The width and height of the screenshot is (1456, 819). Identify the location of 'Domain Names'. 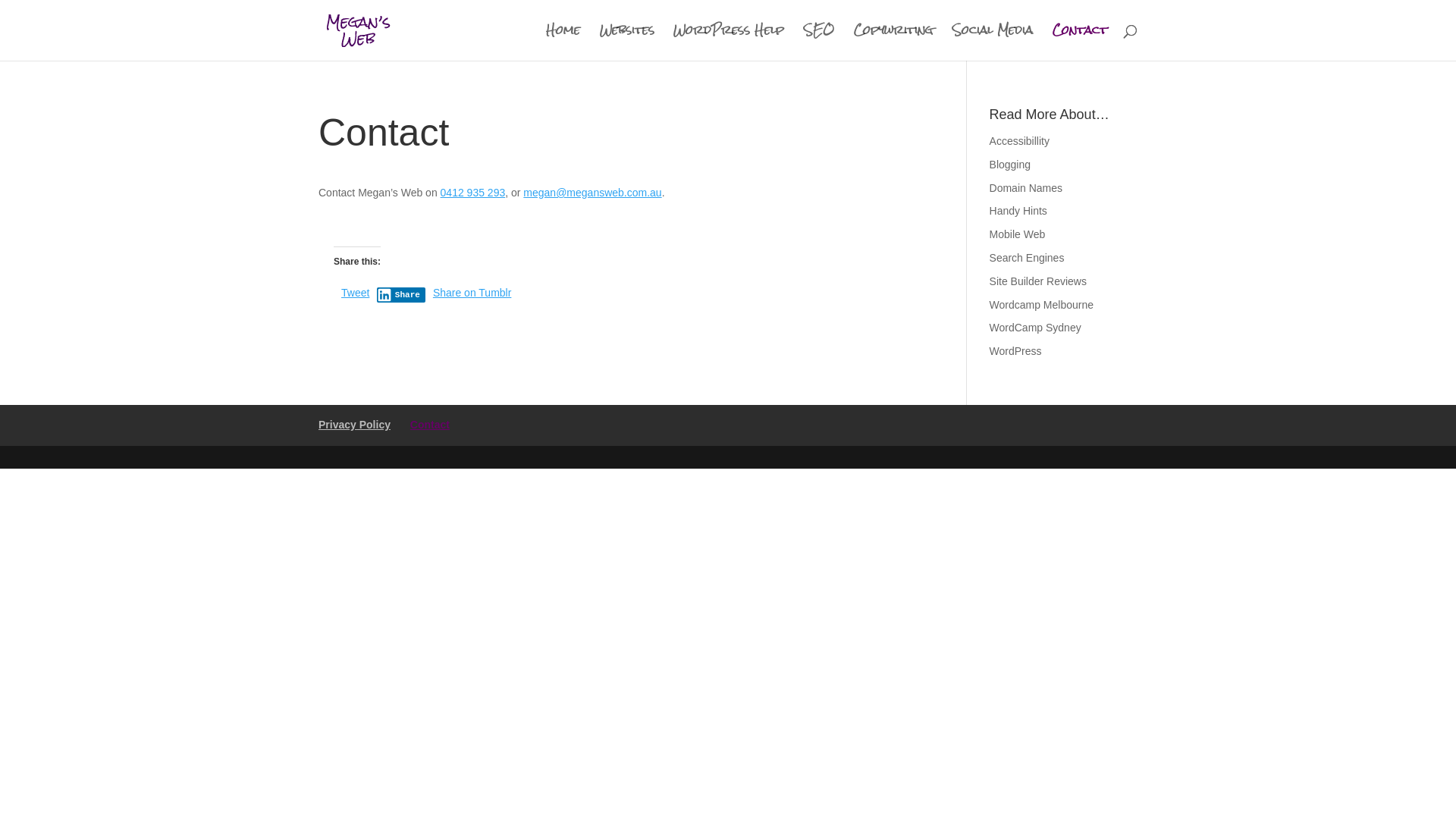
(990, 187).